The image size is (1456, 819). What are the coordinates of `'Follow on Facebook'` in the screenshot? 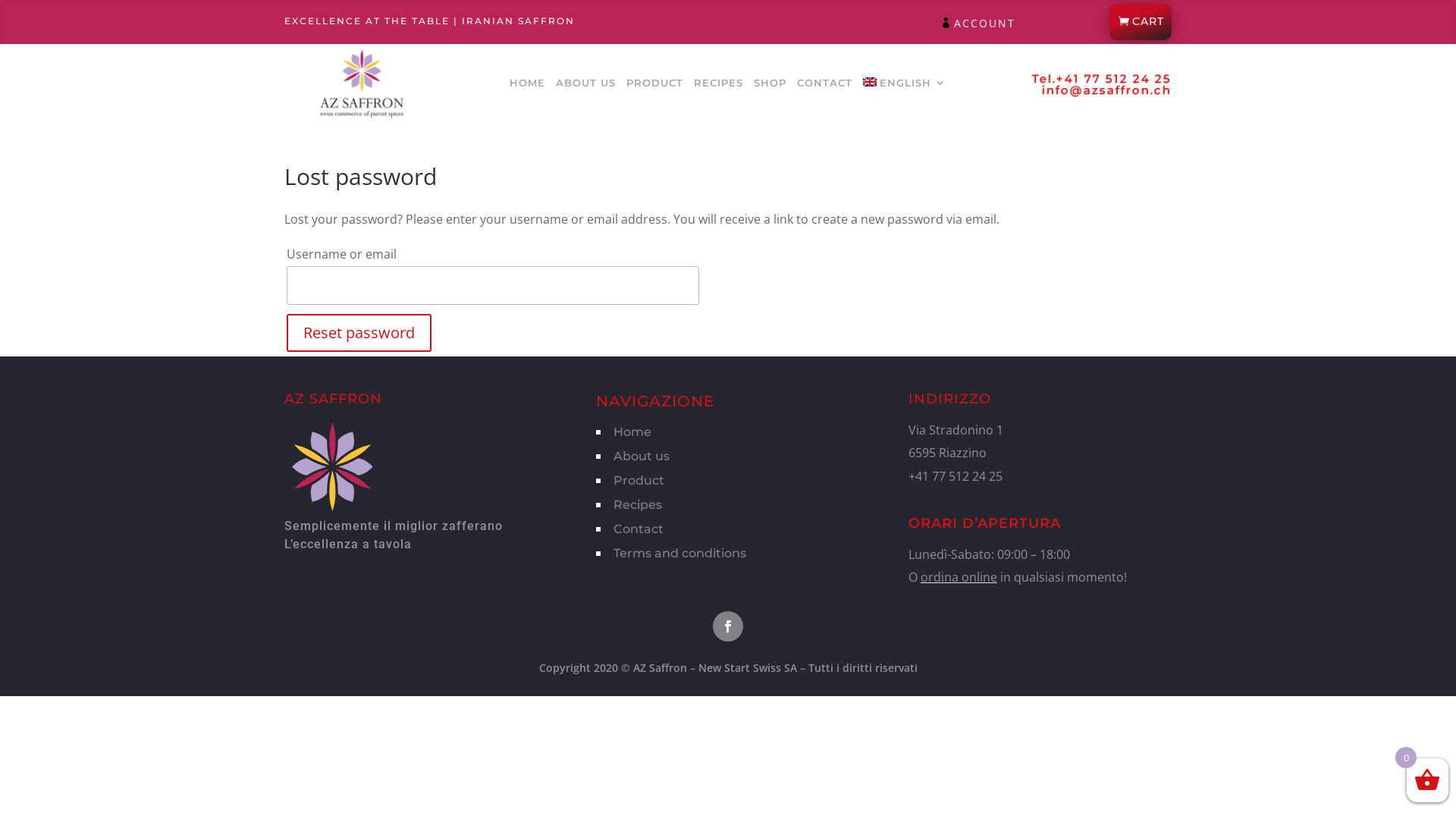 It's located at (728, 626).